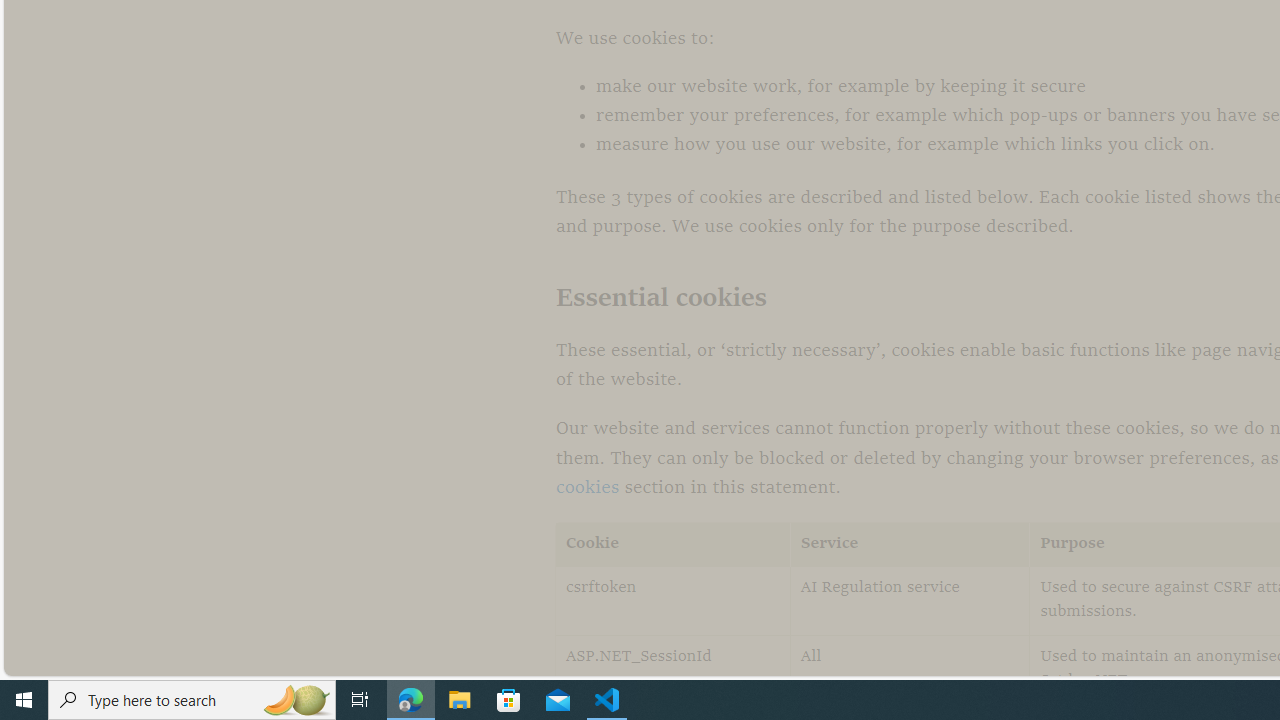 This screenshot has height=720, width=1280. I want to click on 'Microsoft Edge - 1 running window', so click(410, 698).